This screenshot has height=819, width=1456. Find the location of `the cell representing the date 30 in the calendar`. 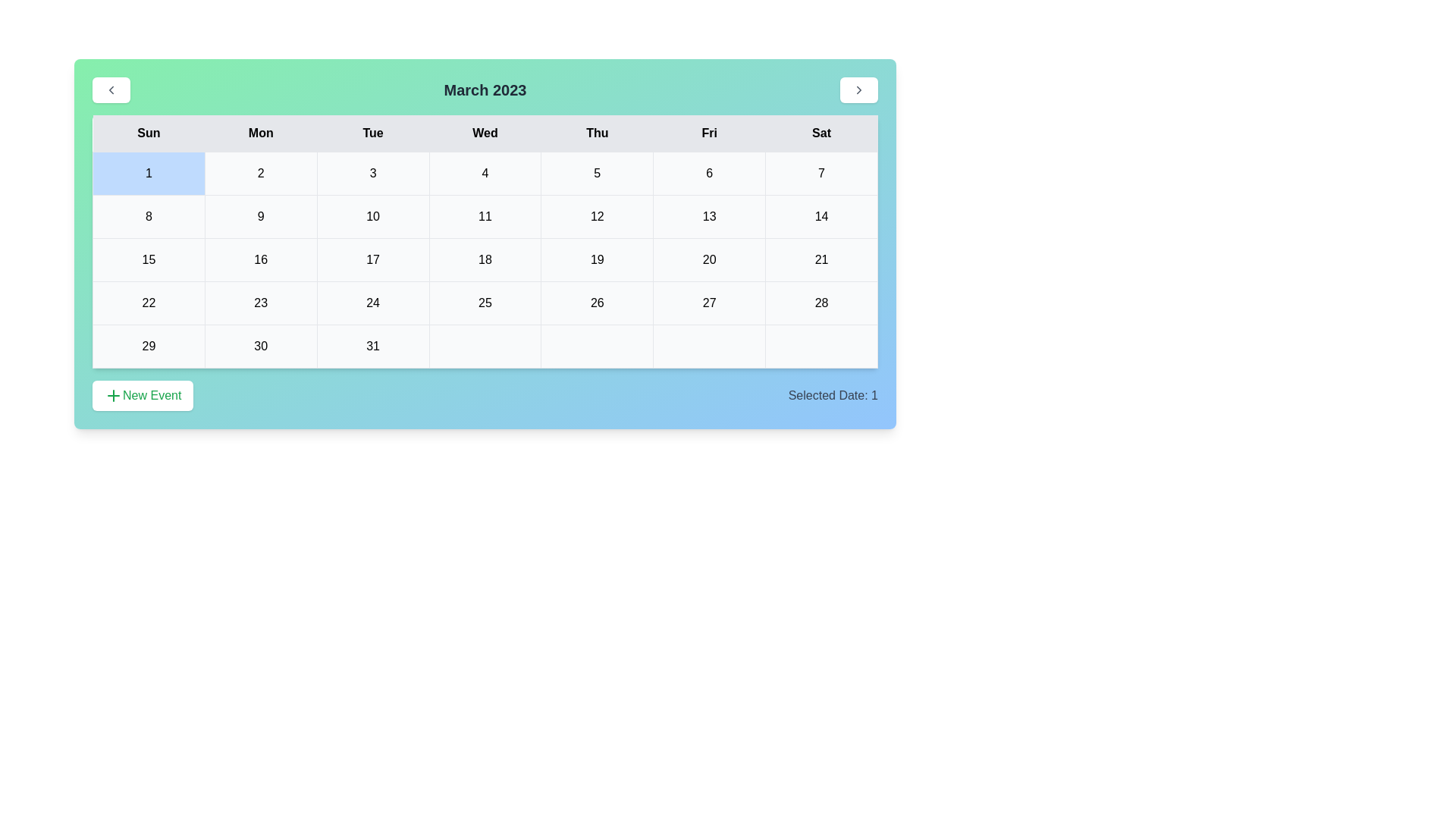

the cell representing the date 30 in the calendar is located at coordinates (261, 346).